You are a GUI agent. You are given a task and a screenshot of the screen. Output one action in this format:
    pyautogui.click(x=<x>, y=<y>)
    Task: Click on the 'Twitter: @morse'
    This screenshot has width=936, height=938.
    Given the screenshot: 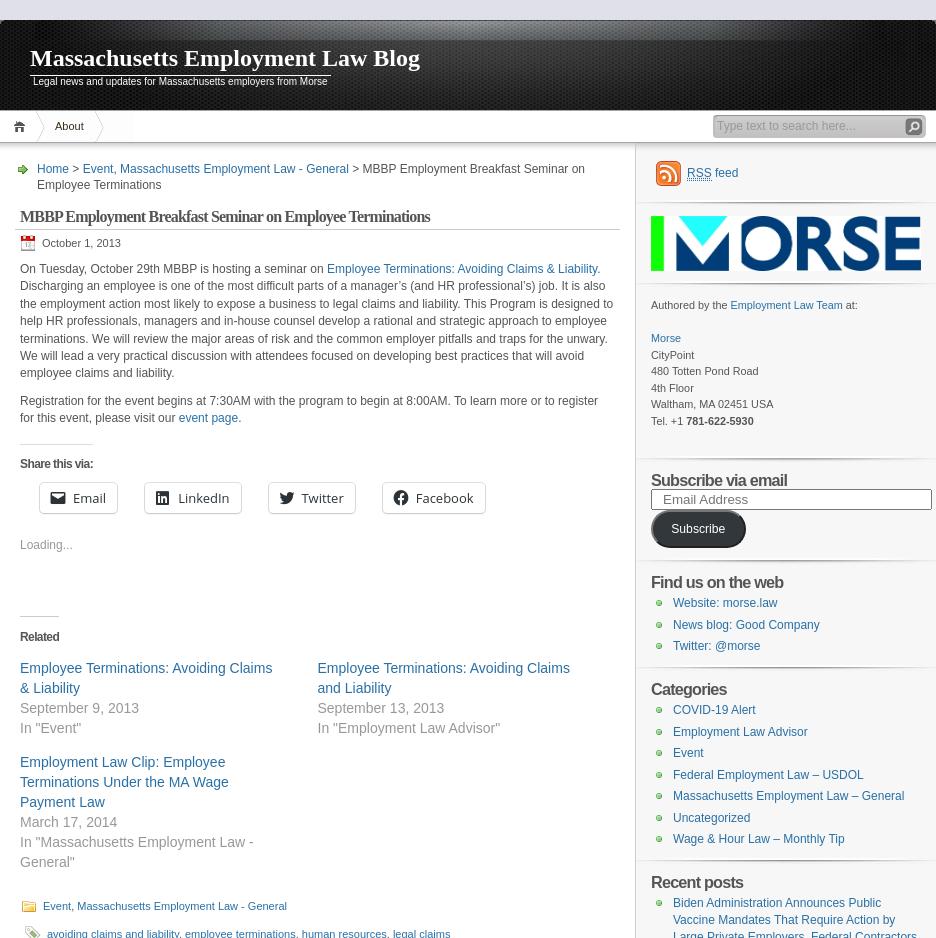 What is the action you would take?
    pyautogui.click(x=715, y=645)
    